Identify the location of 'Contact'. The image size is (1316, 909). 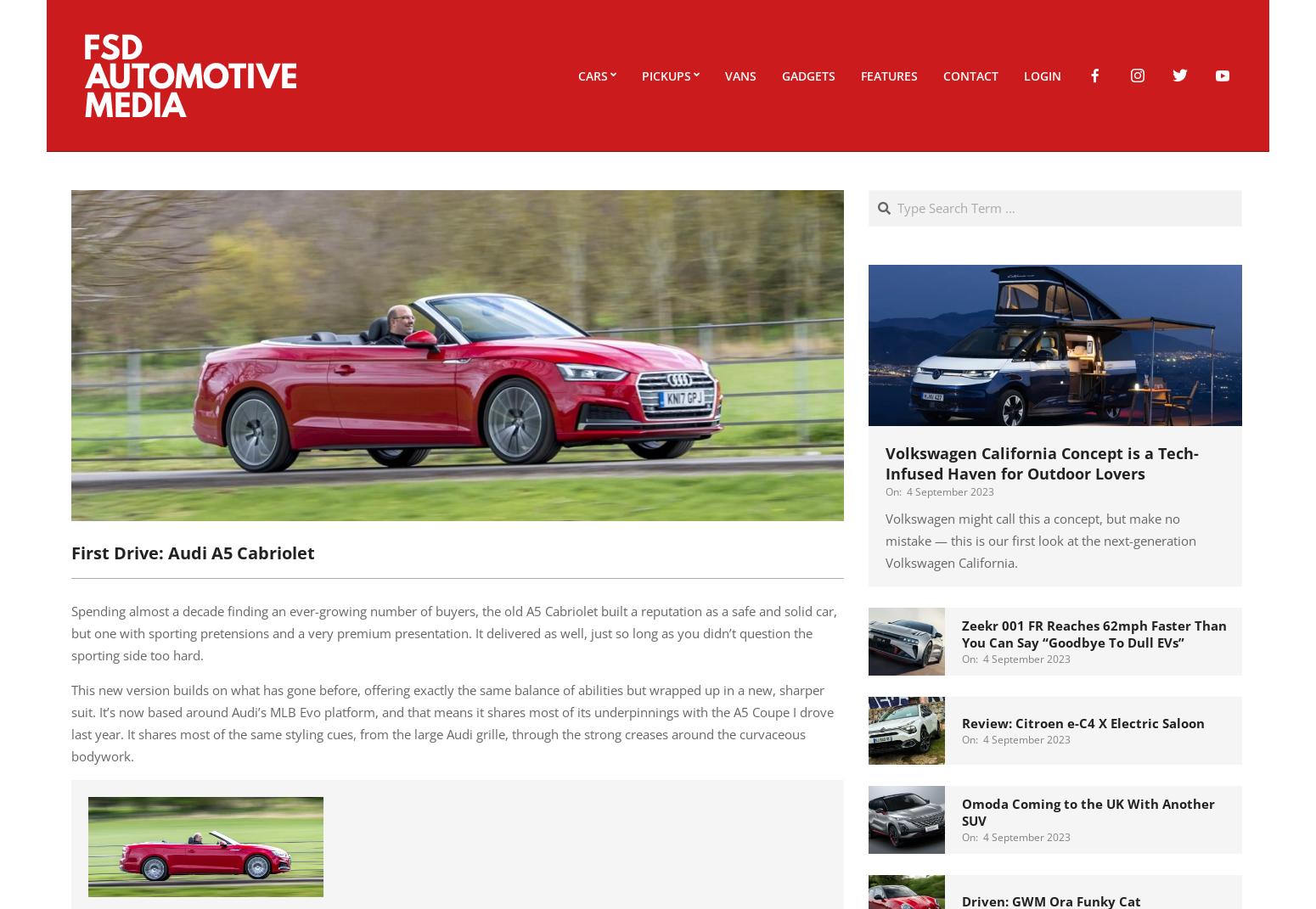
(970, 75).